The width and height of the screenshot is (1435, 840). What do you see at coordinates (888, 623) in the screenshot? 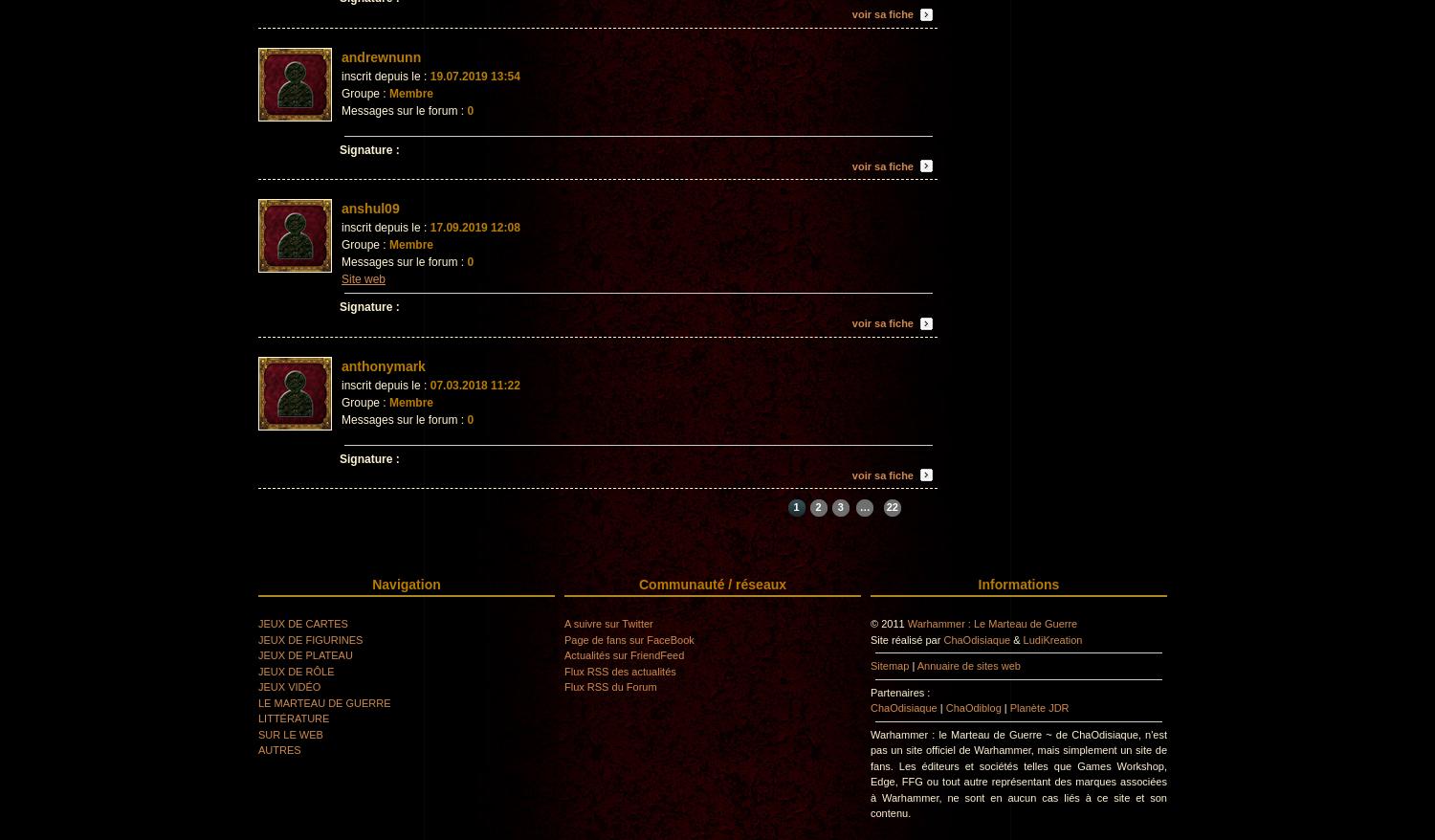
I see `'© 2011'` at bounding box center [888, 623].